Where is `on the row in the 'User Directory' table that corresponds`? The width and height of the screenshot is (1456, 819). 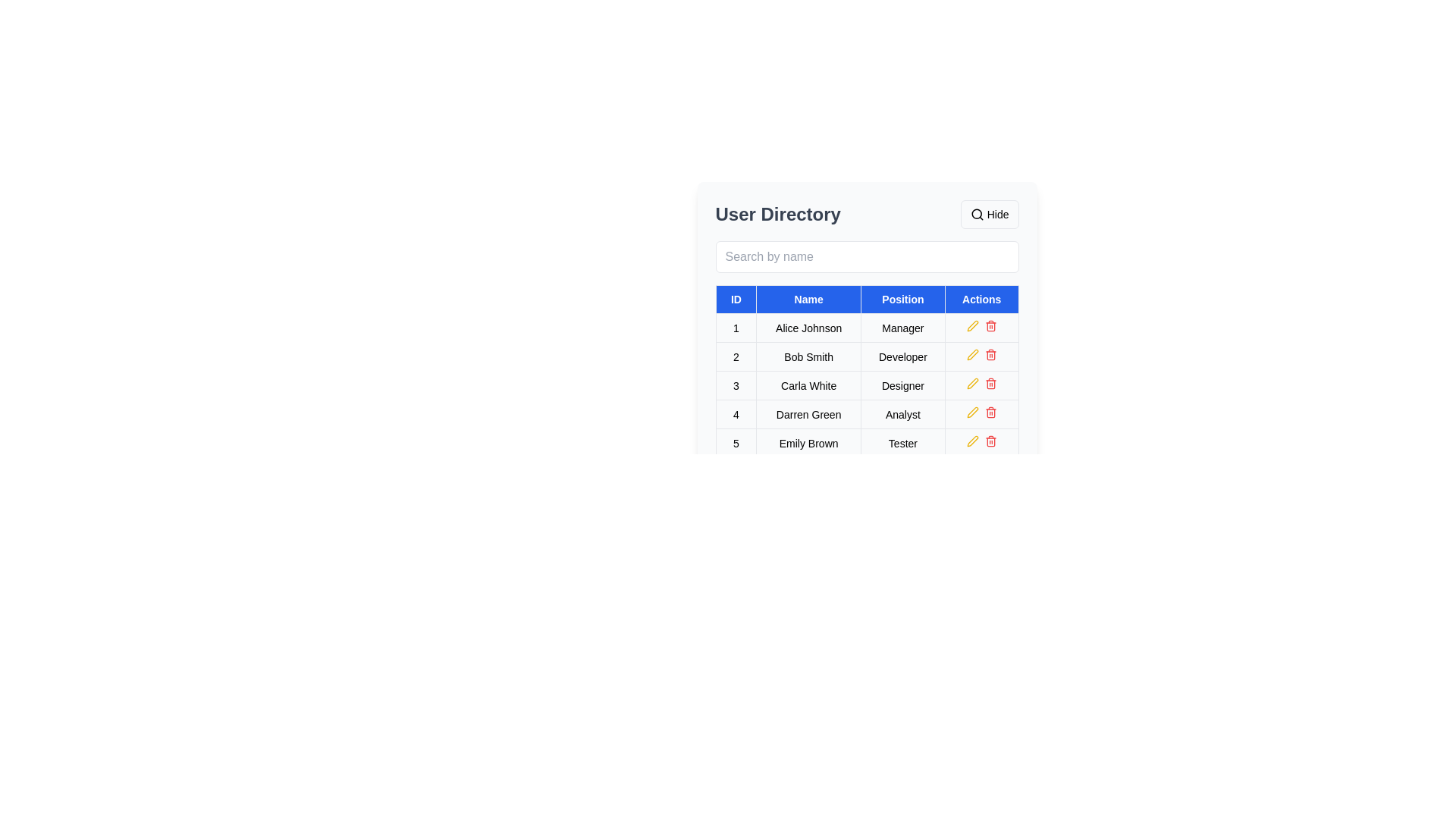 on the row in the 'User Directory' table that corresponds is located at coordinates (867, 384).